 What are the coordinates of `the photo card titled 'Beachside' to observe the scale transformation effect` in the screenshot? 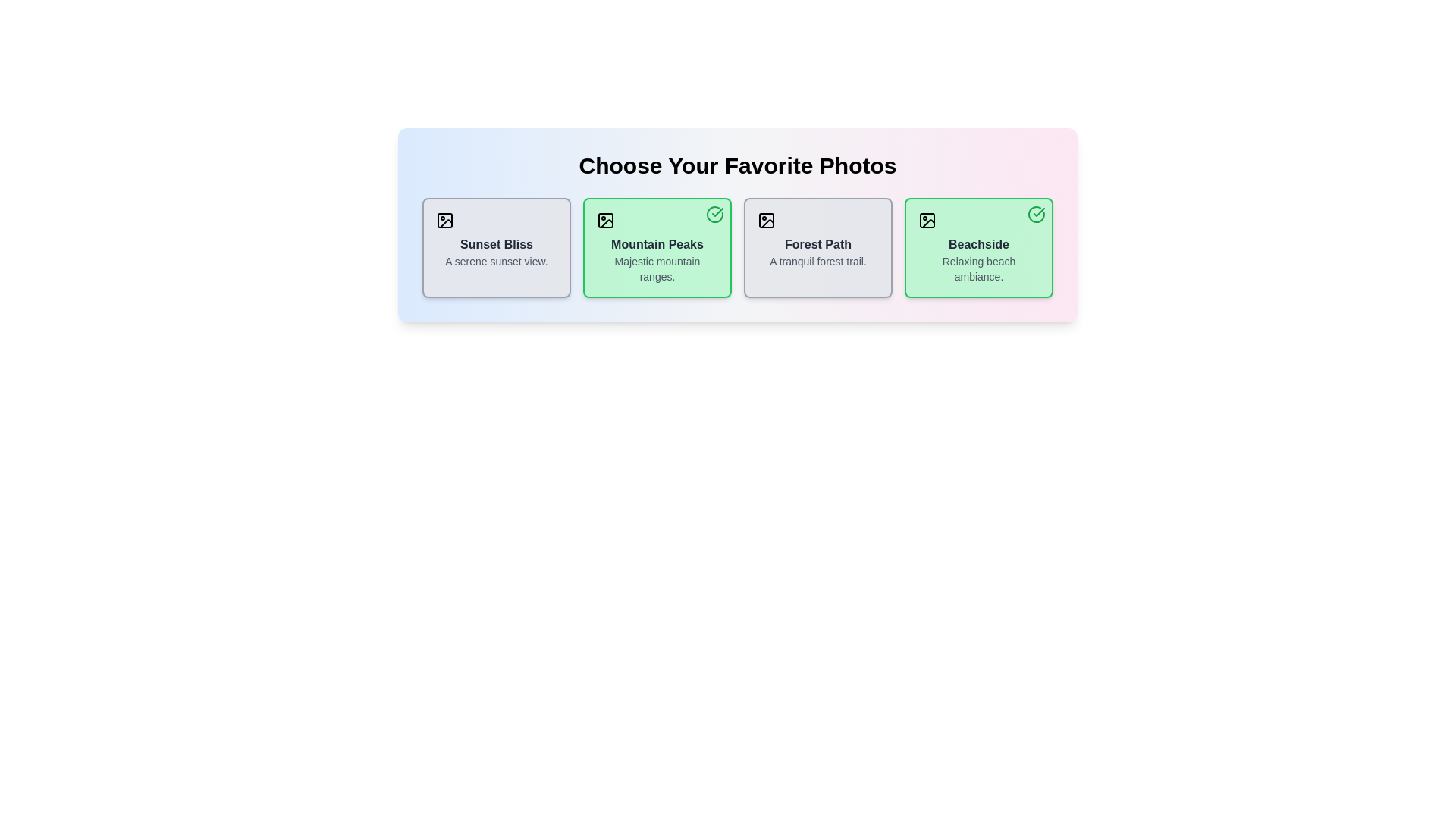 It's located at (979, 247).